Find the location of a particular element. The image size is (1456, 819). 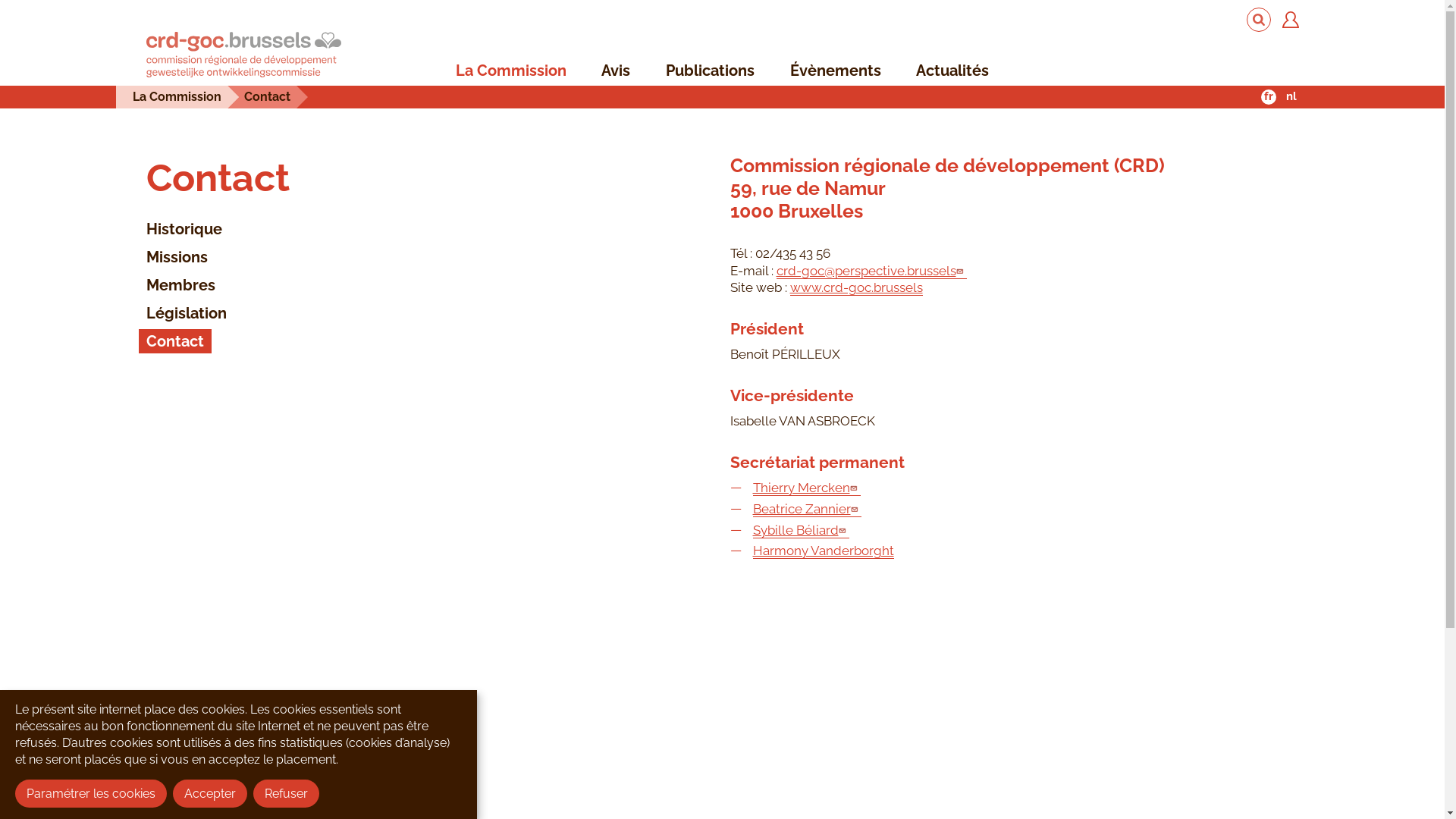

'Contact' is located at coordinates (174, 341).